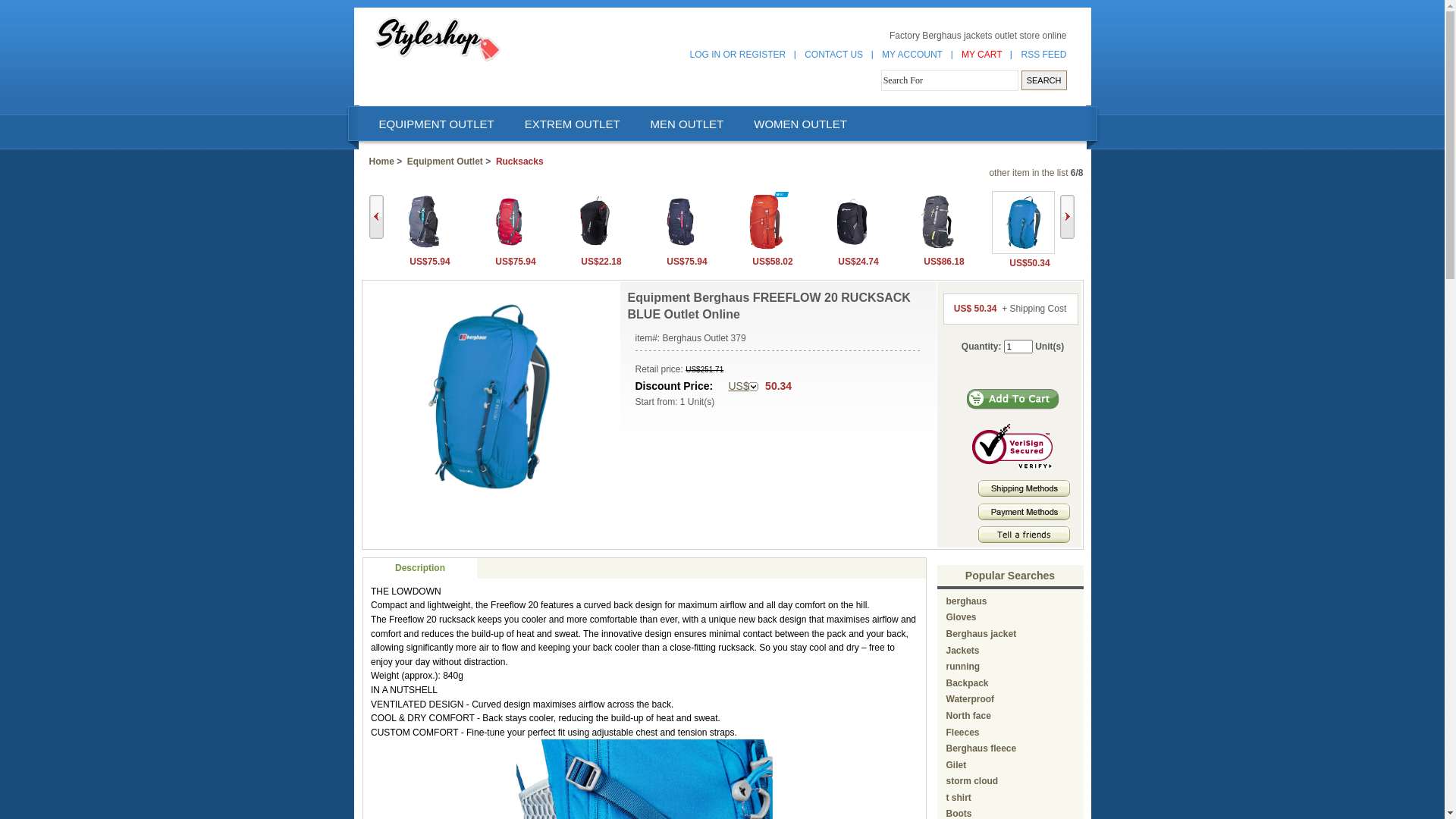 The width and height of the screenshot is (1456, 819). I want to click on ' Berghaus outlet ', so click(436, 38).